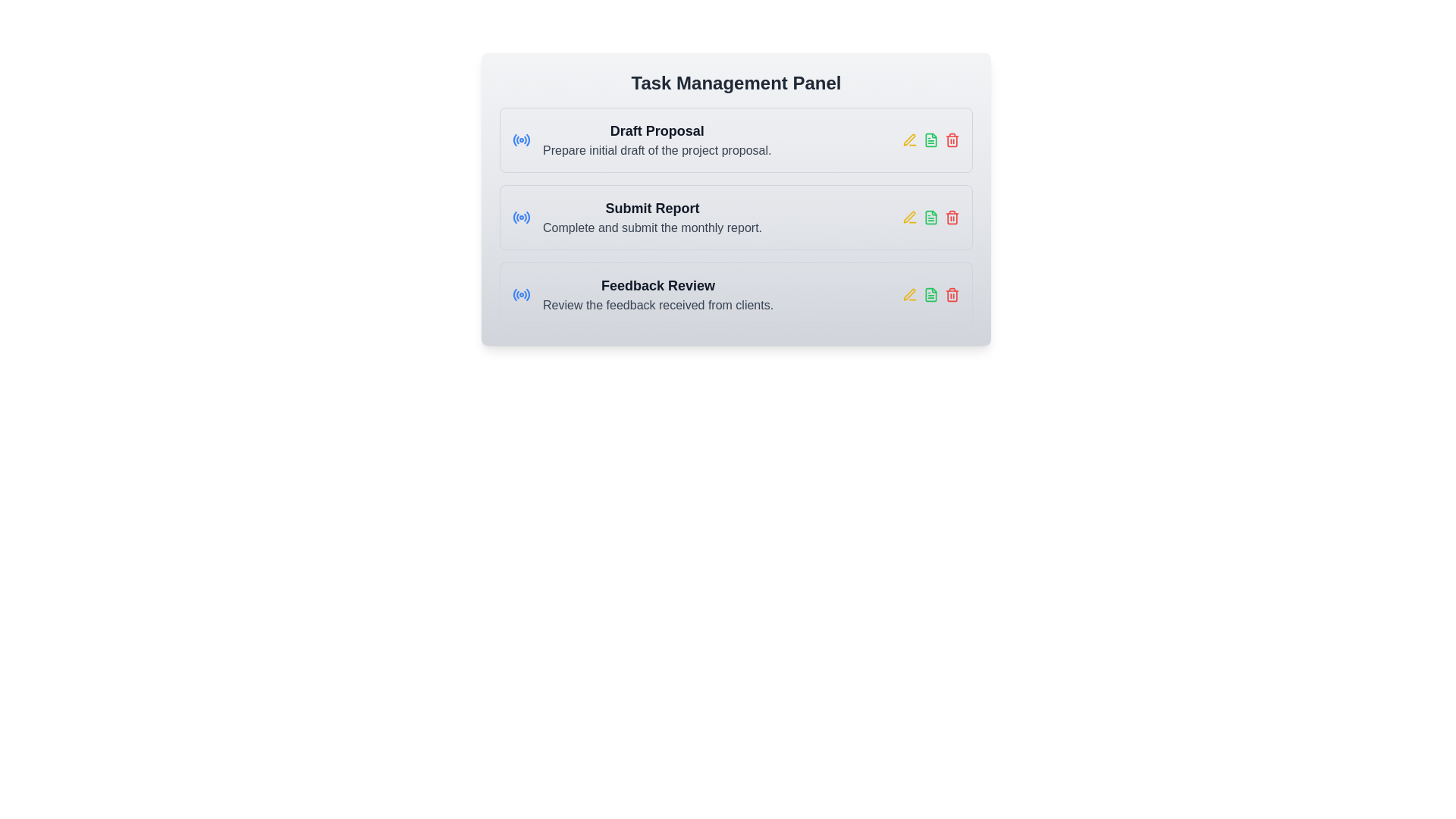 This screenshot has height=819, width=1456. Describe the element at coordinates (930, 217) in the screenshot. I see `the small green icon depicting a file with lines representing text in the 'Submit Report' task section, which is the second icon from the right and is located to the left of the red trashcan icon` at that location.